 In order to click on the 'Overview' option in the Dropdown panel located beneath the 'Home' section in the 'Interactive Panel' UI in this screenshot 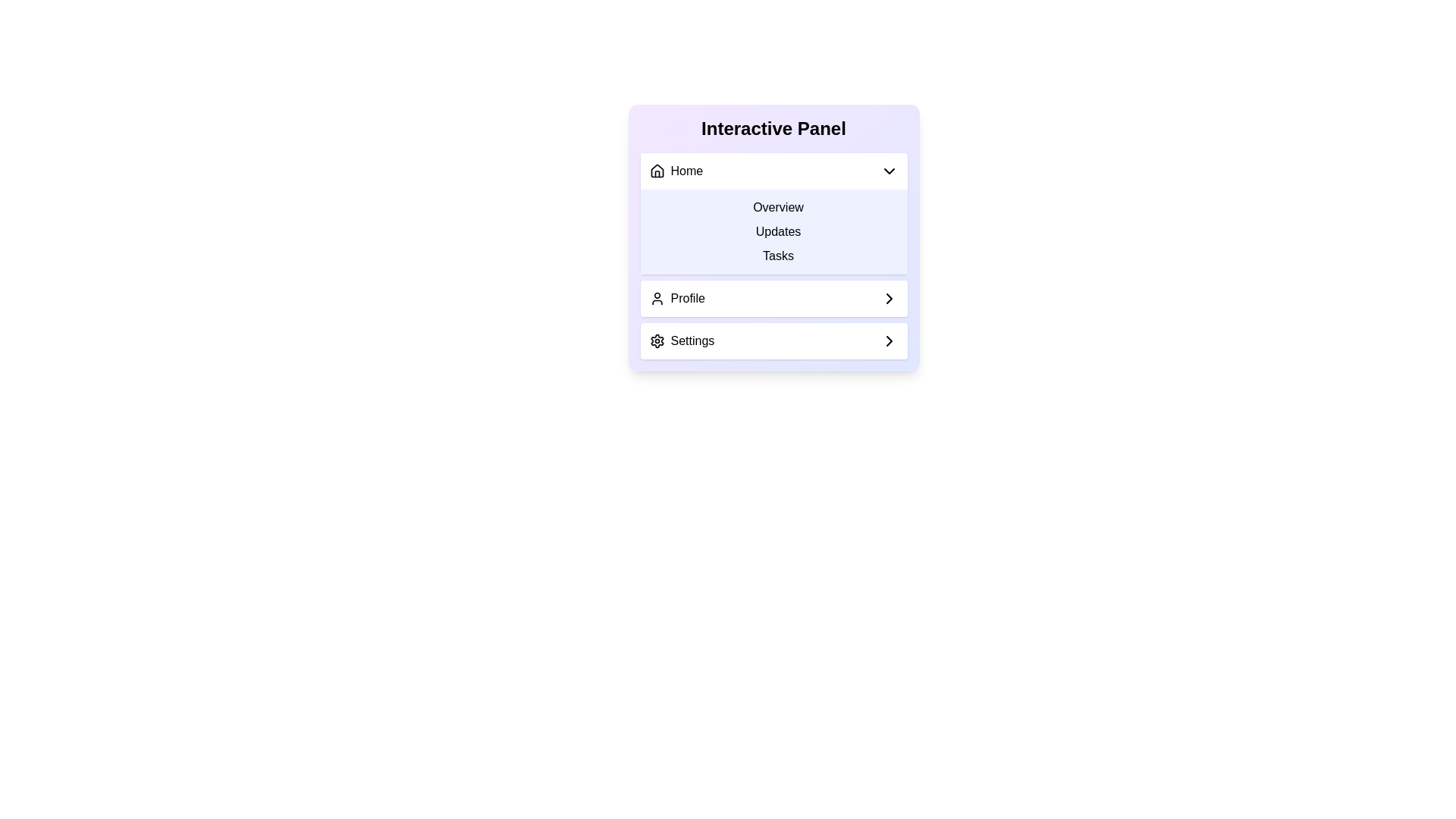, I will do `click(773, 213)`.